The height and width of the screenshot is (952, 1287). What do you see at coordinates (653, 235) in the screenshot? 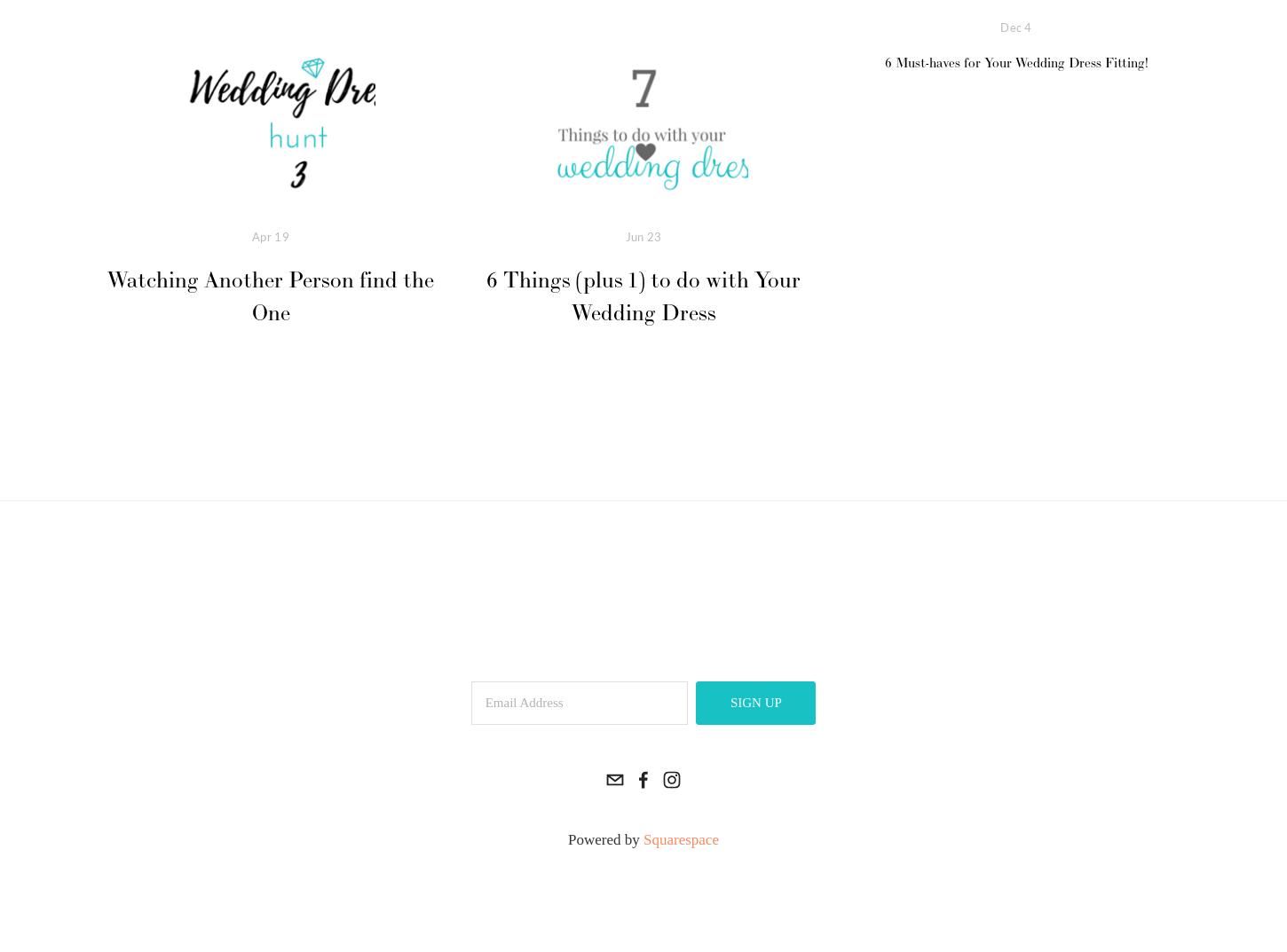
I see `'23'` at bounding box center [653, 235].